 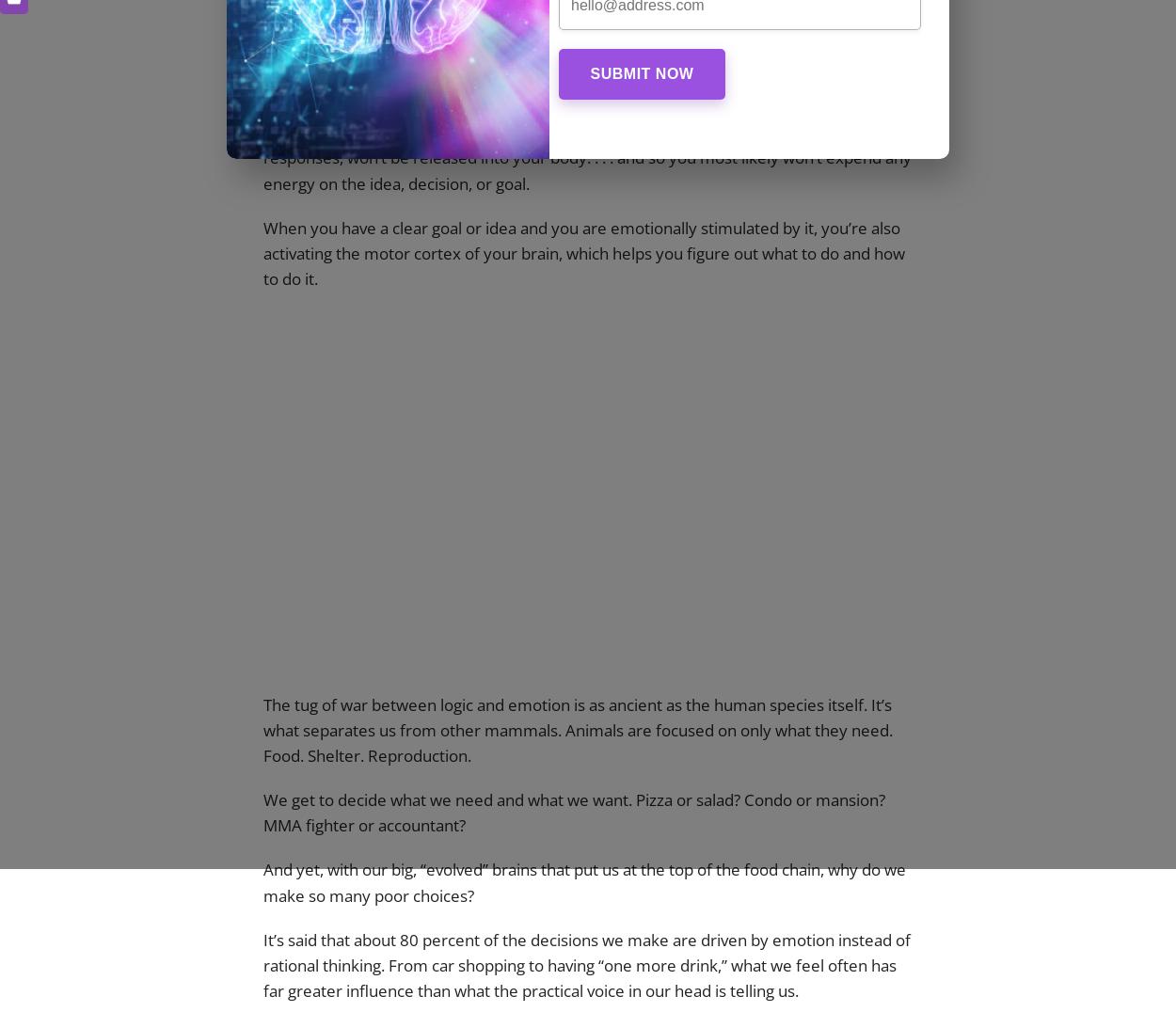 I want to click on 'and if there isn’t enough emotion behind the vision, then the part of your brain called the nucleus accumbens (NAc) is not activated.', so click(x=583, y=61).